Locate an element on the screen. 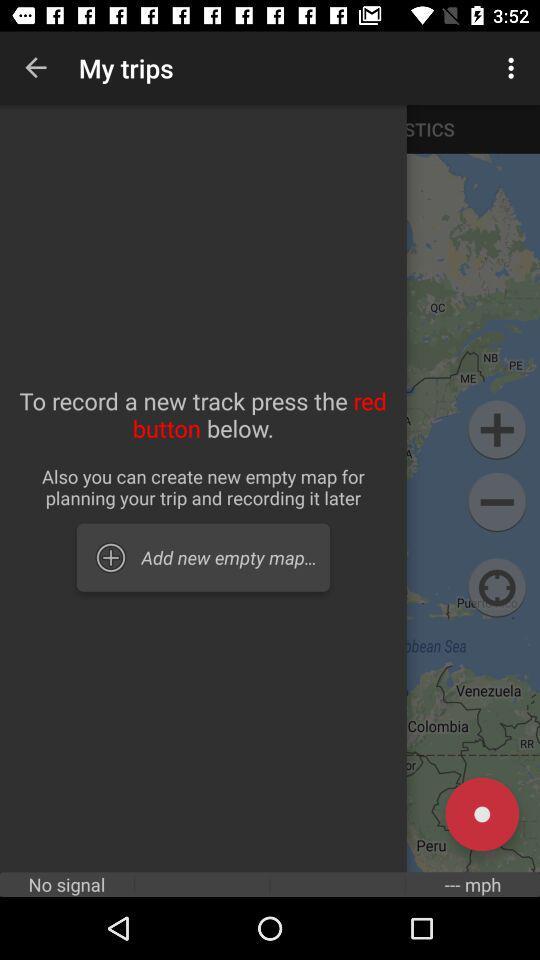 Image resolution: width=540 pixels, height=960 pixels. red colour circle is located at coordinates (481, 814).